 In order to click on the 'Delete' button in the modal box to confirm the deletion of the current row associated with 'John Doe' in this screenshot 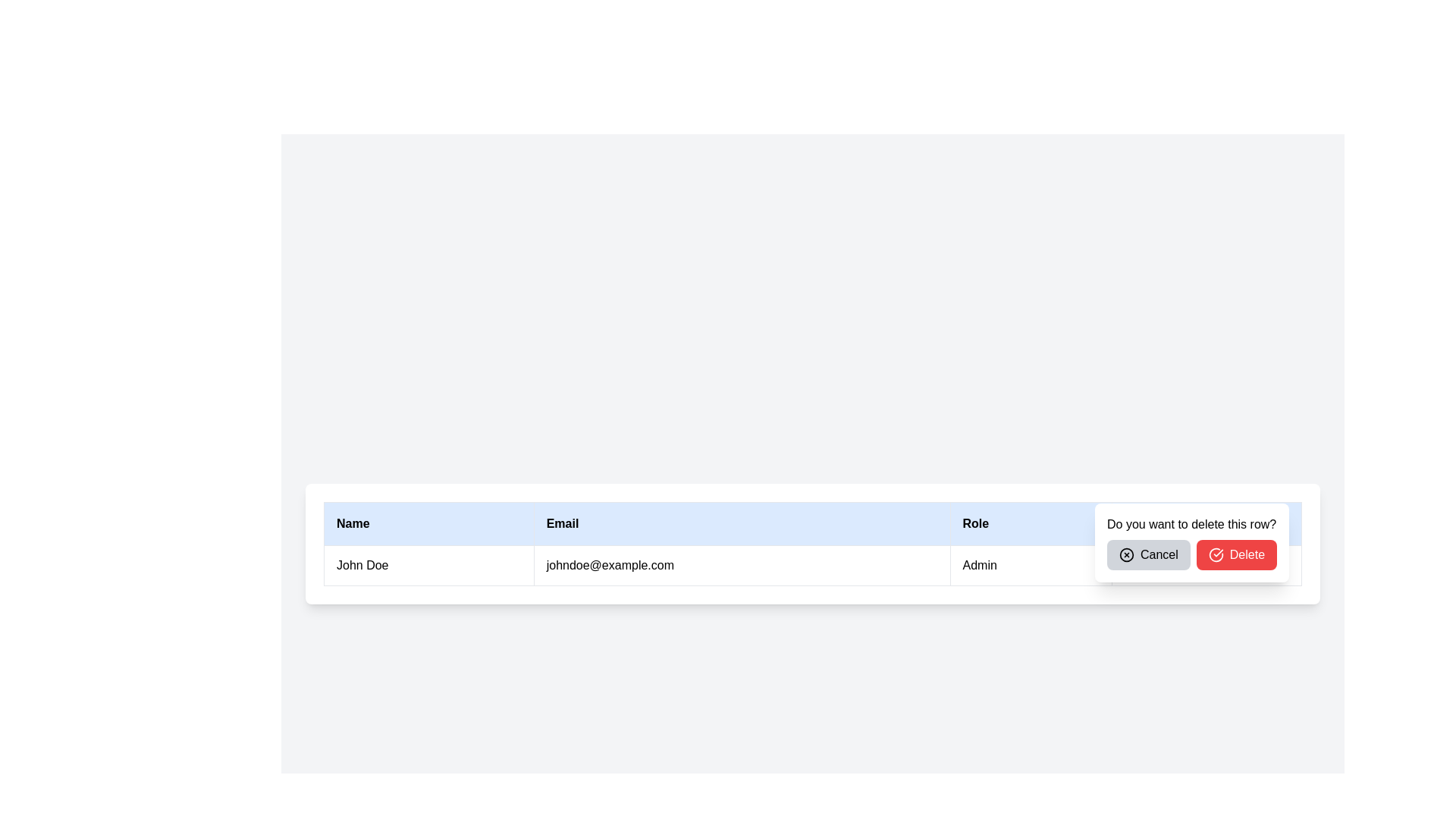, I will do `click(1205, 564)`.